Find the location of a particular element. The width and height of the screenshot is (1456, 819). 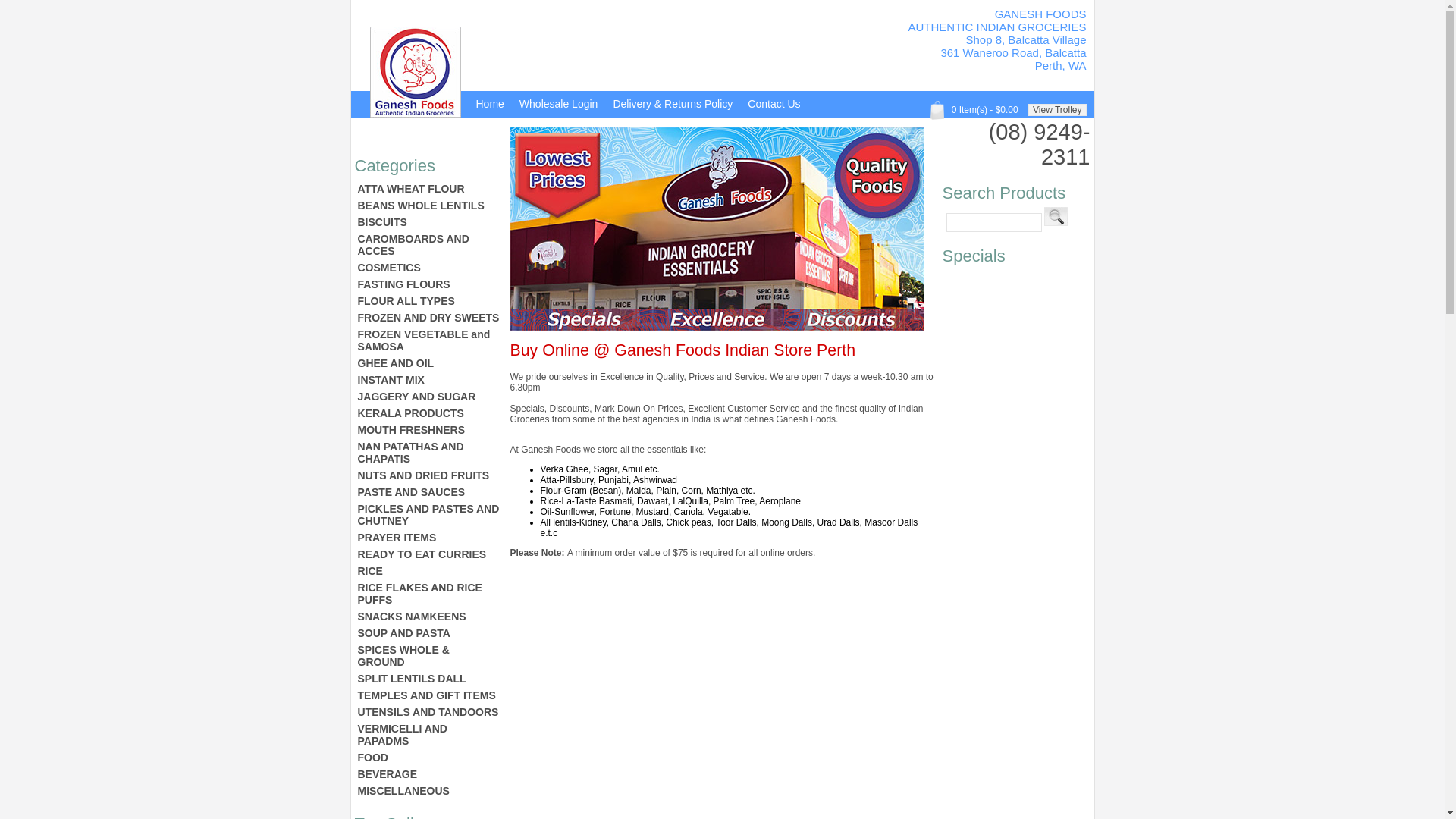

'INSTANT MIX' is located at coordinates (428, 379).